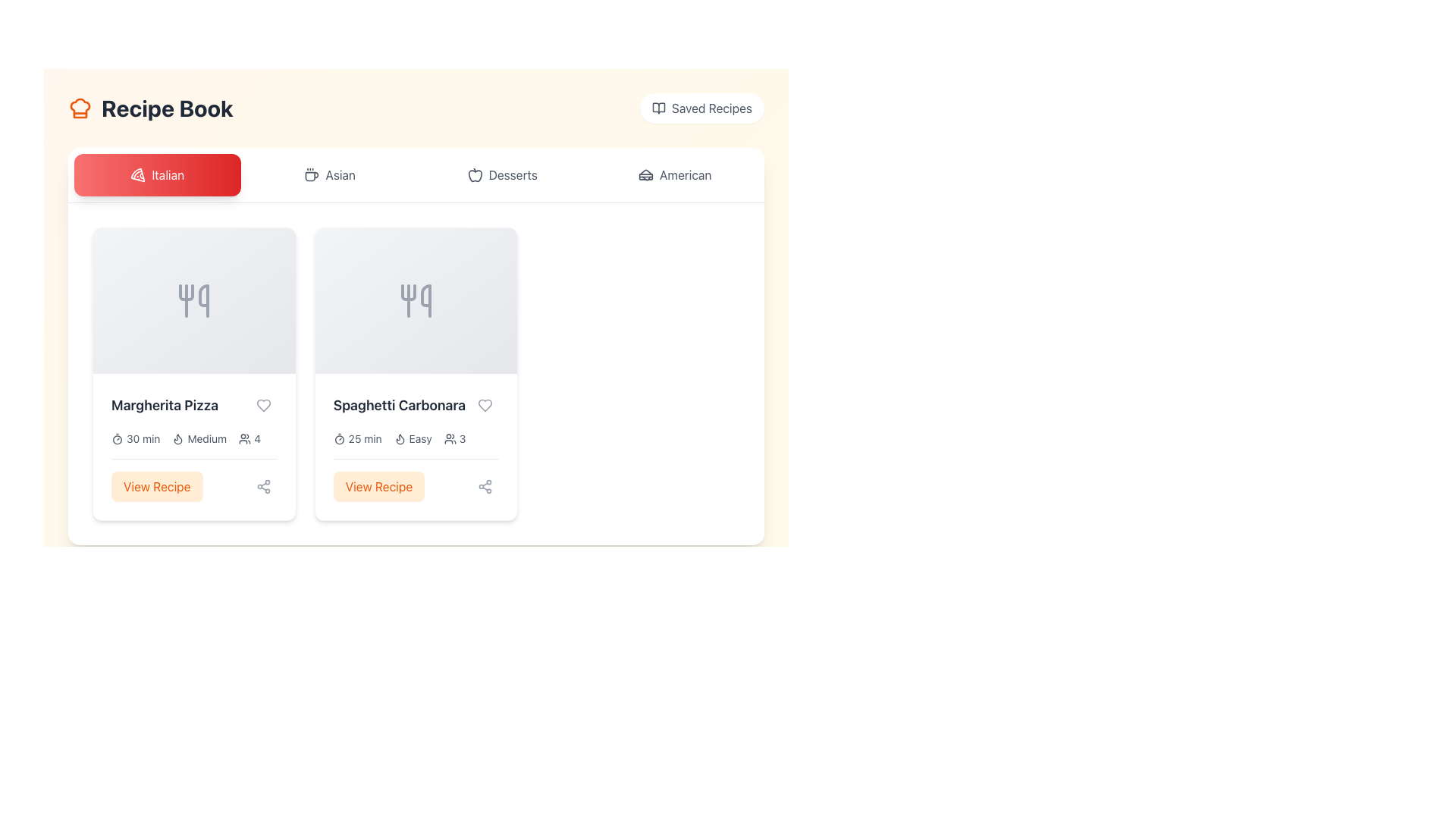 This screenshot has height=819, width=1456. What do you see at coordinates (199, 438) in the screenshot?
I see `the 'Medium' text with the flame icon located within the 'Margherita Pizza' card, positioned between the '30 min' and '4' details at the bottom center of the card` at bounding box center [199, 438].